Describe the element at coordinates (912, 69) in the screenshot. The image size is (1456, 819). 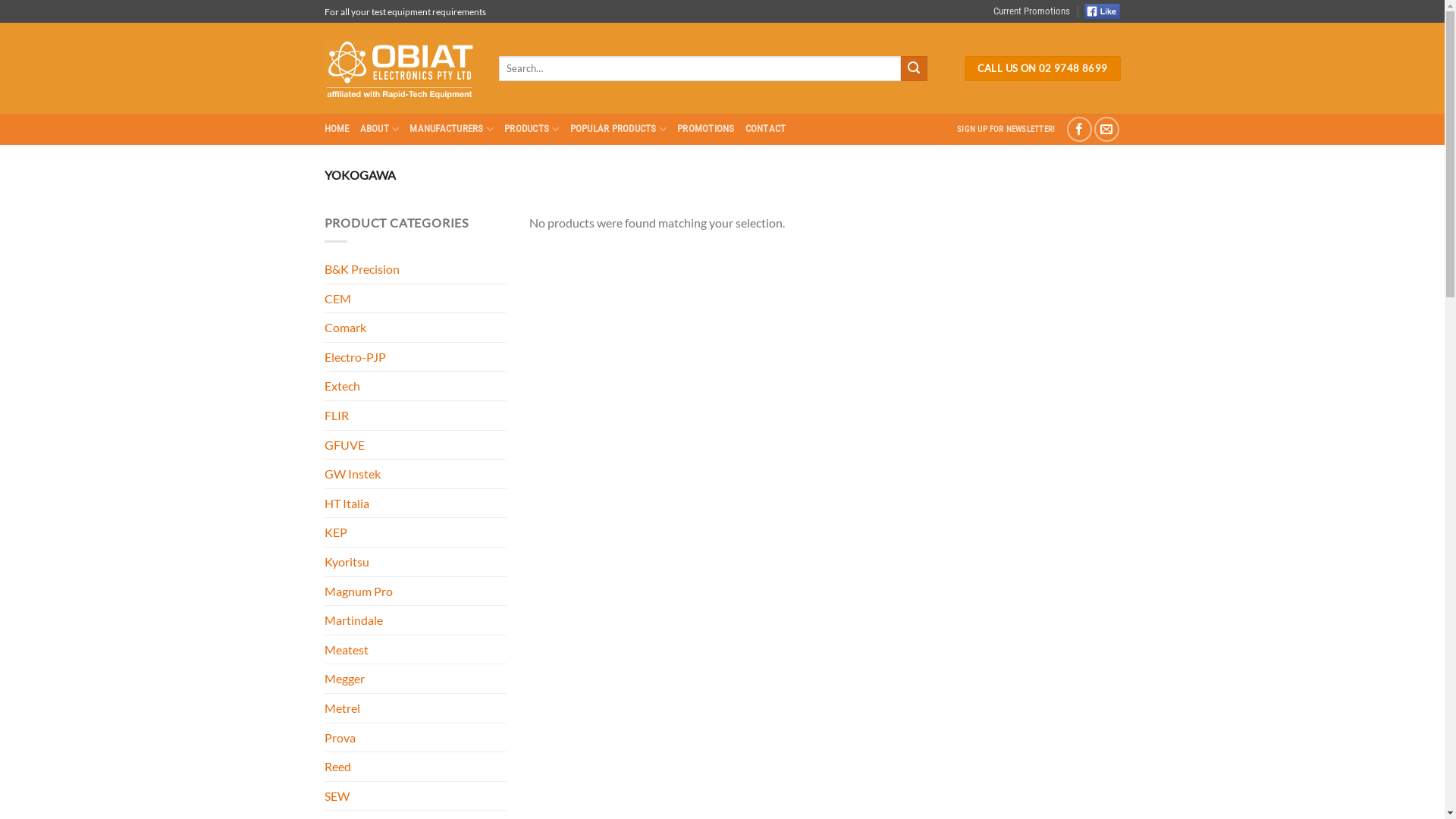
I see `'Search'` at that location.